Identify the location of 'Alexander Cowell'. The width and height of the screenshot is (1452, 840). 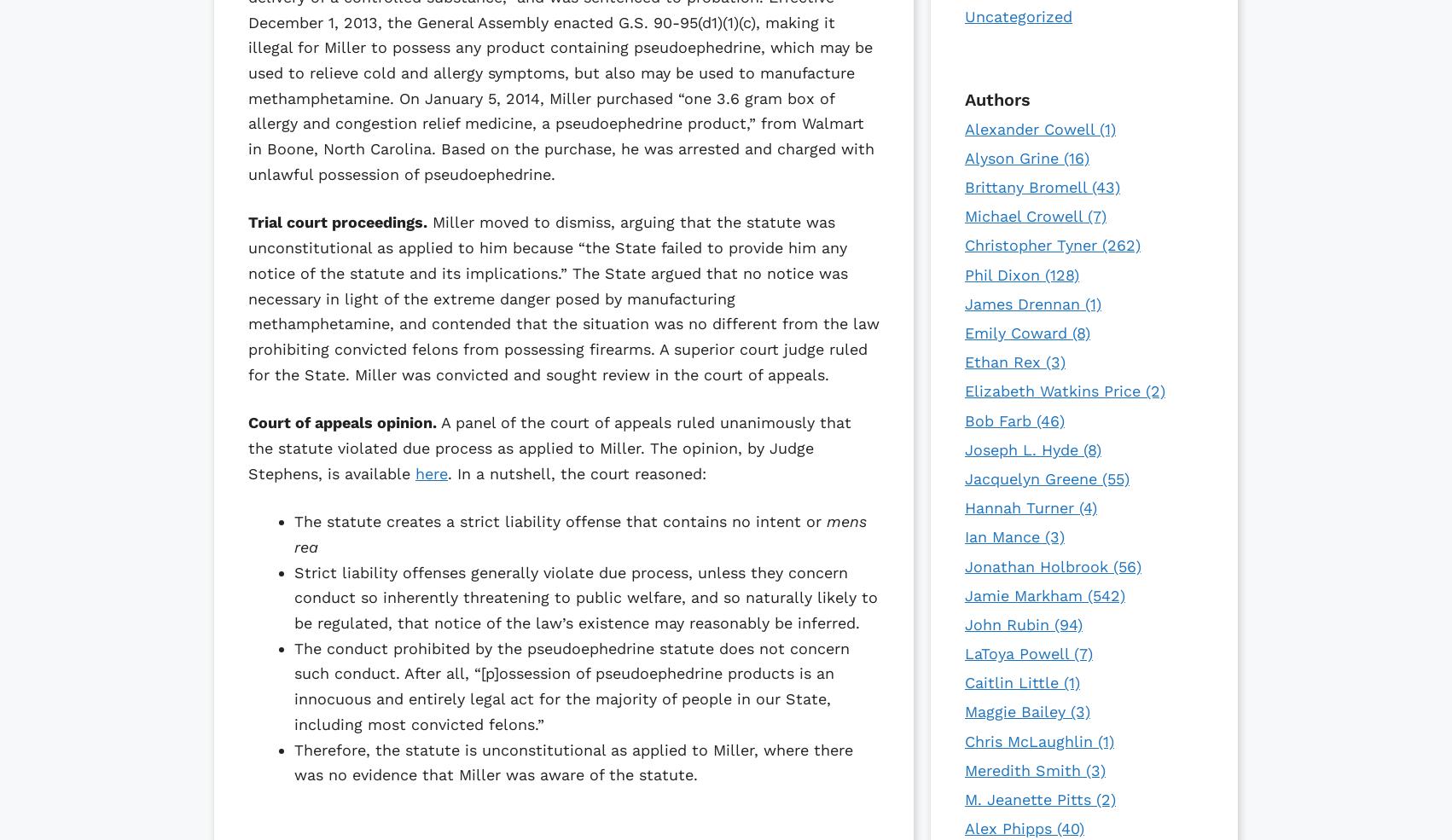
(1031, 128).